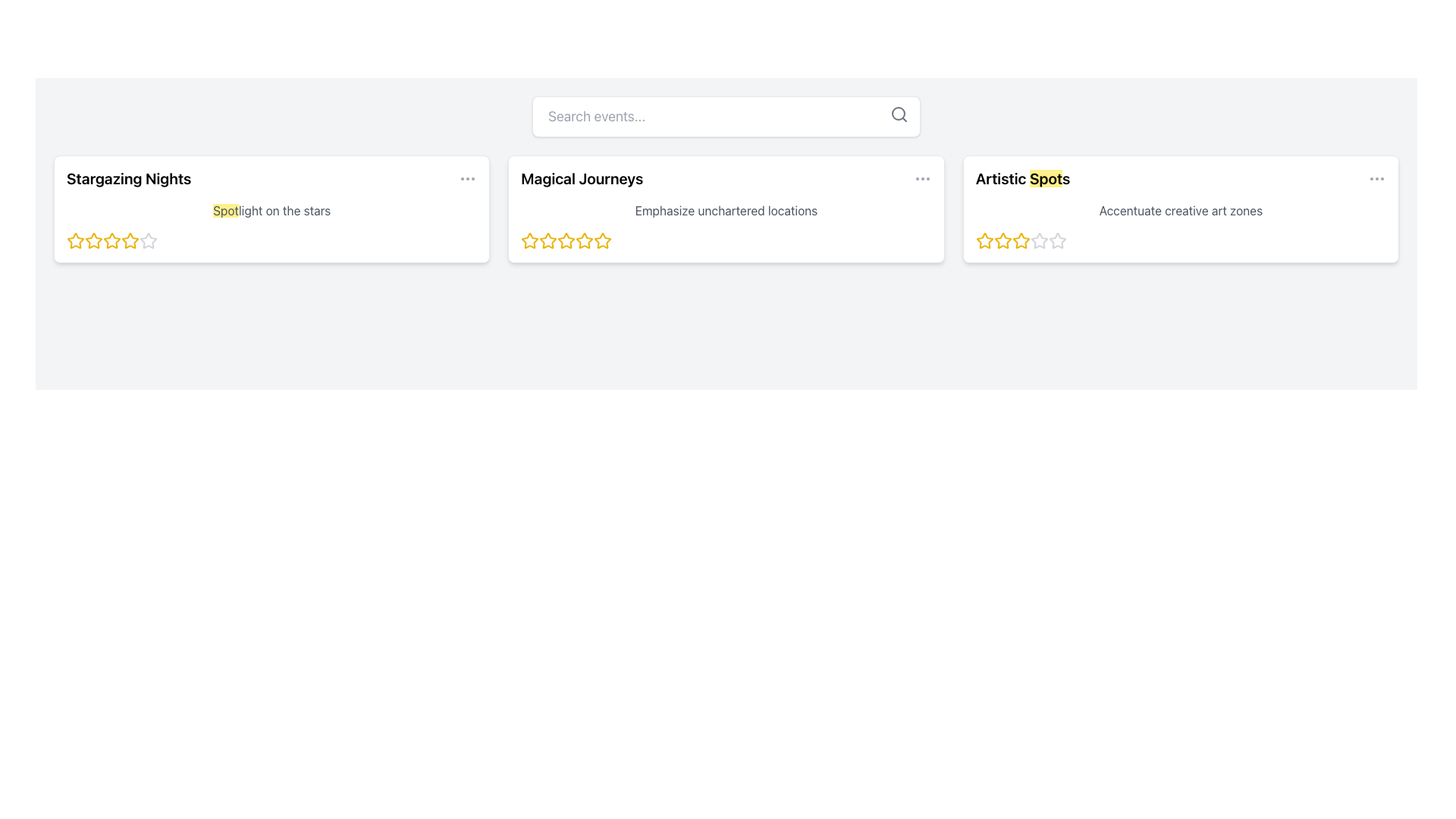 This screenshot has height=819, width=1456. I want to click on the fifth Rating Star Icon in the rating interface located below the title 'Magical Journeys', so click(584, 240).